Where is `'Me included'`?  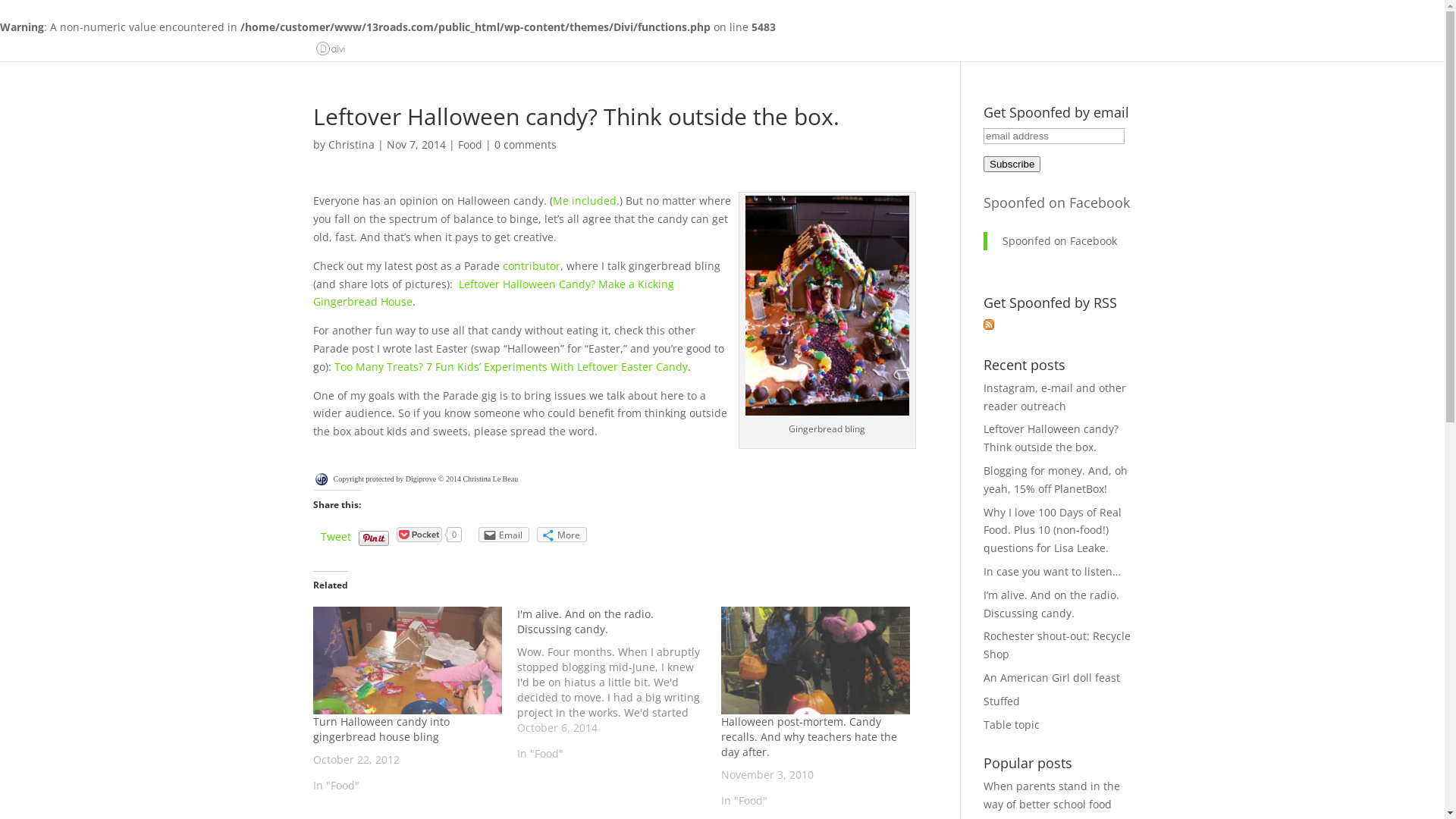 'Me included' is located at coordinates (582, 199).